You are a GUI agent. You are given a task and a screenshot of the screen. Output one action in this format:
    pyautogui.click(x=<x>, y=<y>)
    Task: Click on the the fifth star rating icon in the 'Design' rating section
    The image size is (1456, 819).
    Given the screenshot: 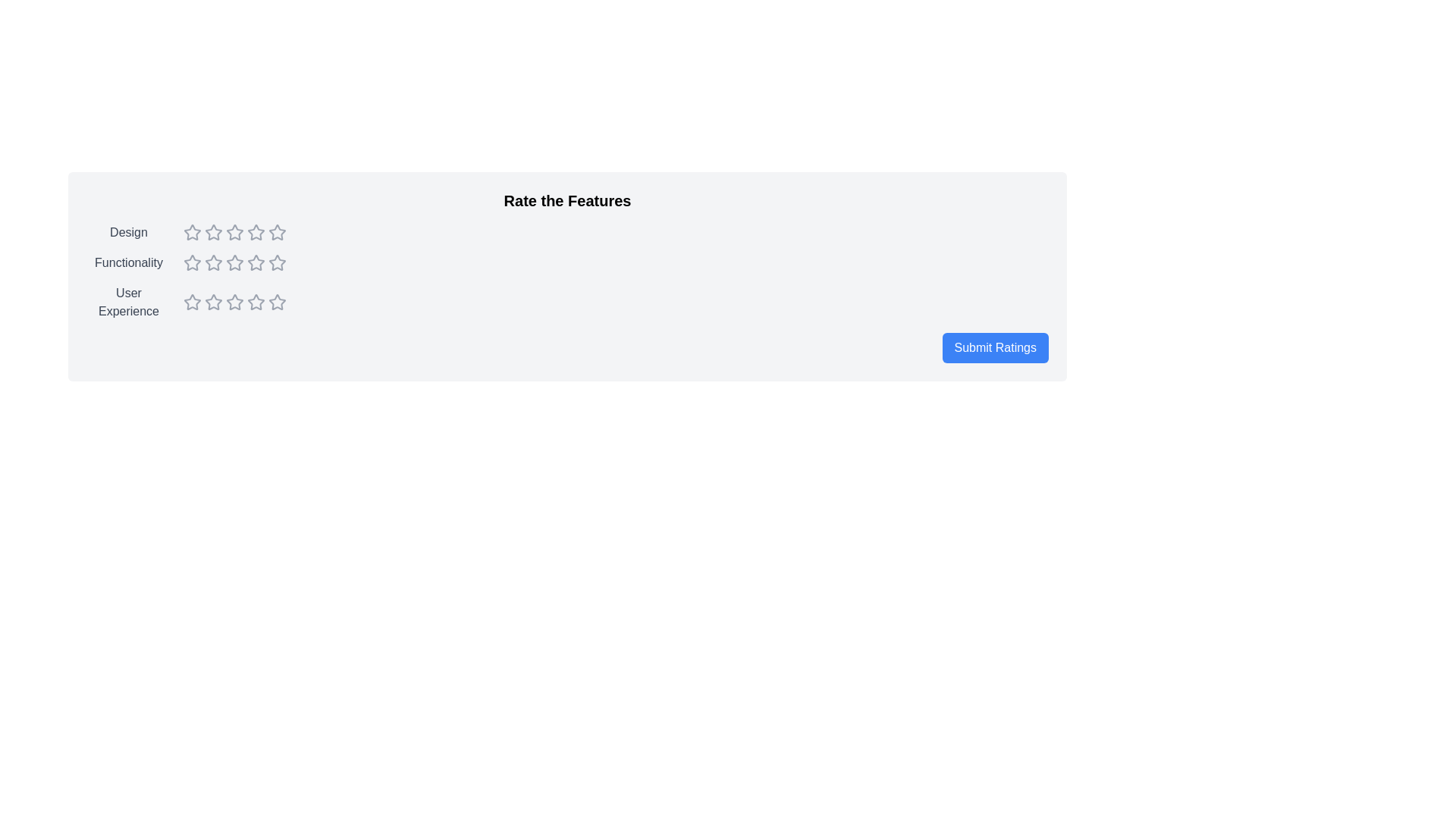 What is the action you would take?
    pyautogui.click(x=277, y=233)
    